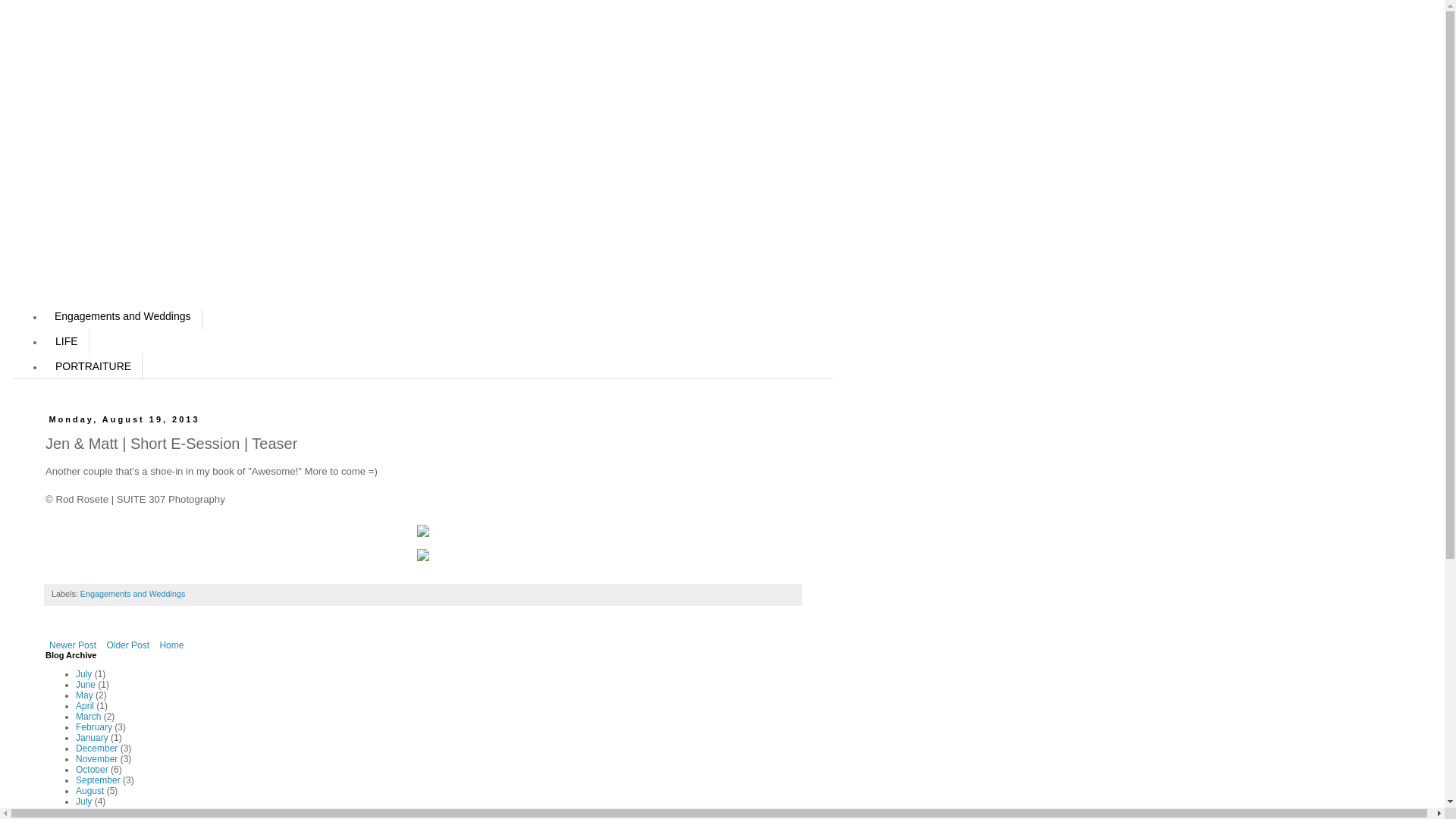 The width and height of the screenshot is (1456, 819). What do you see at coordinates (74, 263) in the screenshot?
I see `'Portfolio'` at bounding box center [74, 263].